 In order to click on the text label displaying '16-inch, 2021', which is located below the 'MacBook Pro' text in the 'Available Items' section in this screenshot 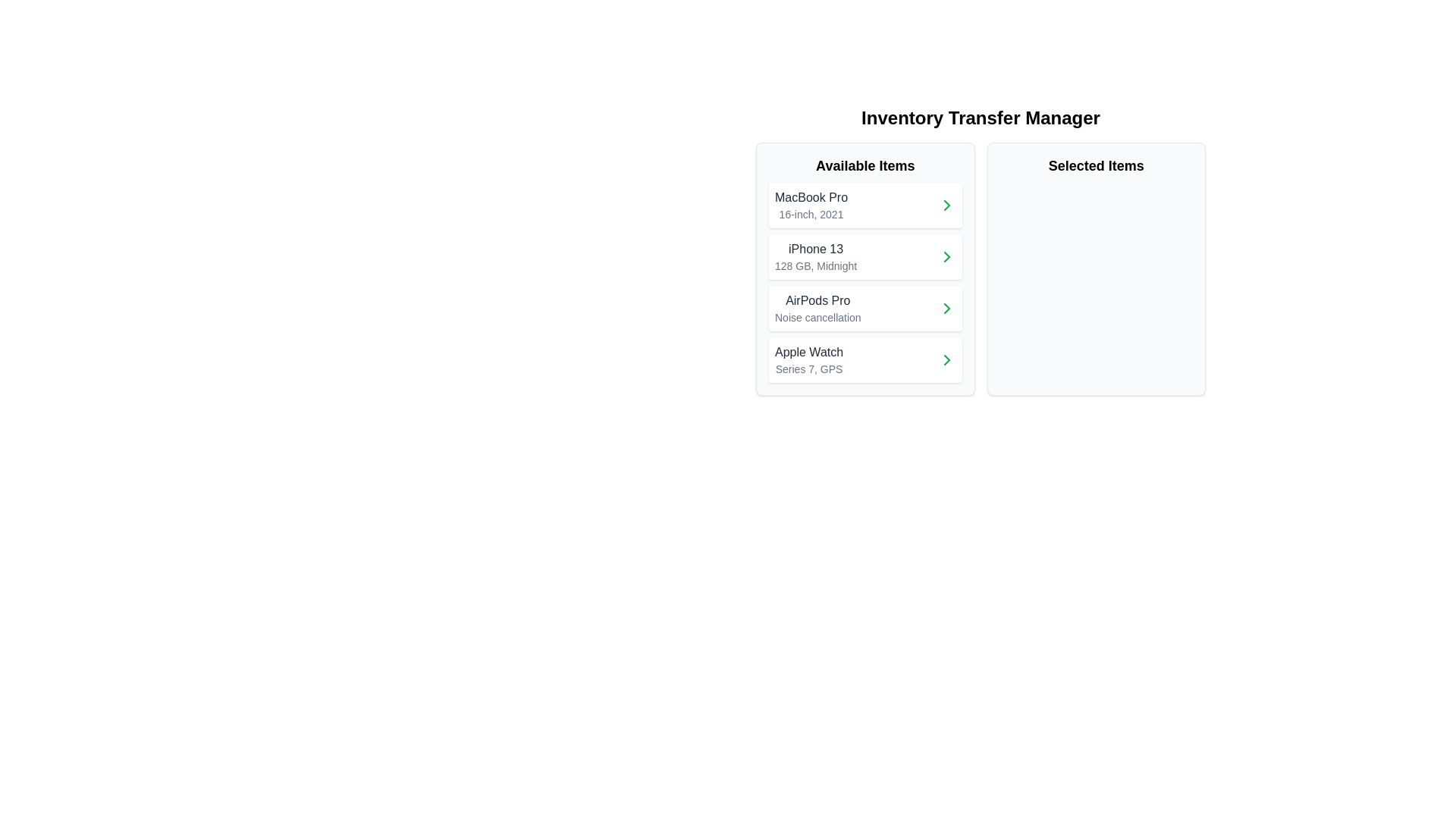, I will do `click(811, 214)`.